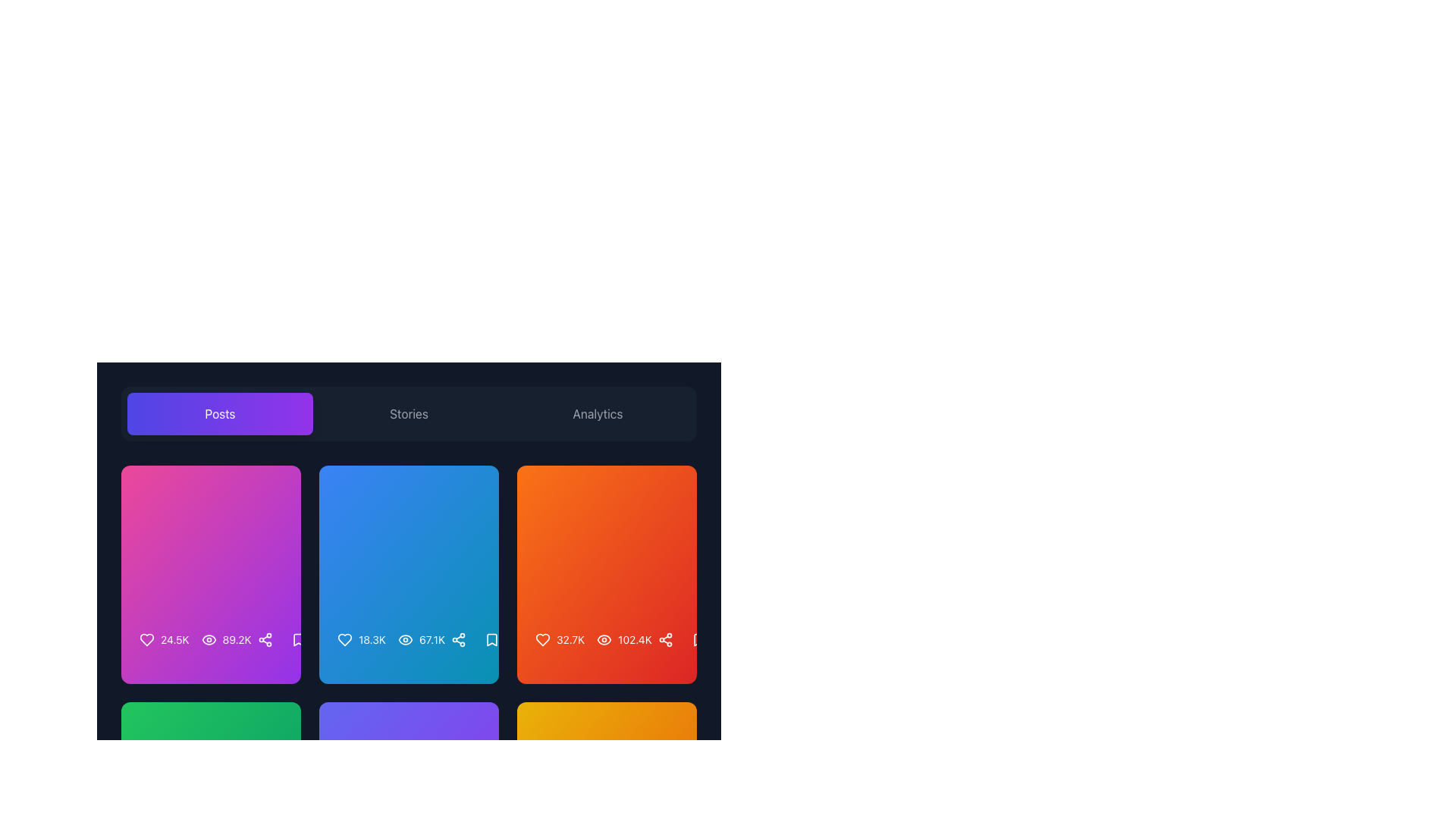  Describe the element at coordinates (635, 640) in the screenshot. I see `the text label displaying the statistic '102.4K', styled in white text, located in the bottom-right section of a card with an orange gradient background, next to an eye icon` at that location.